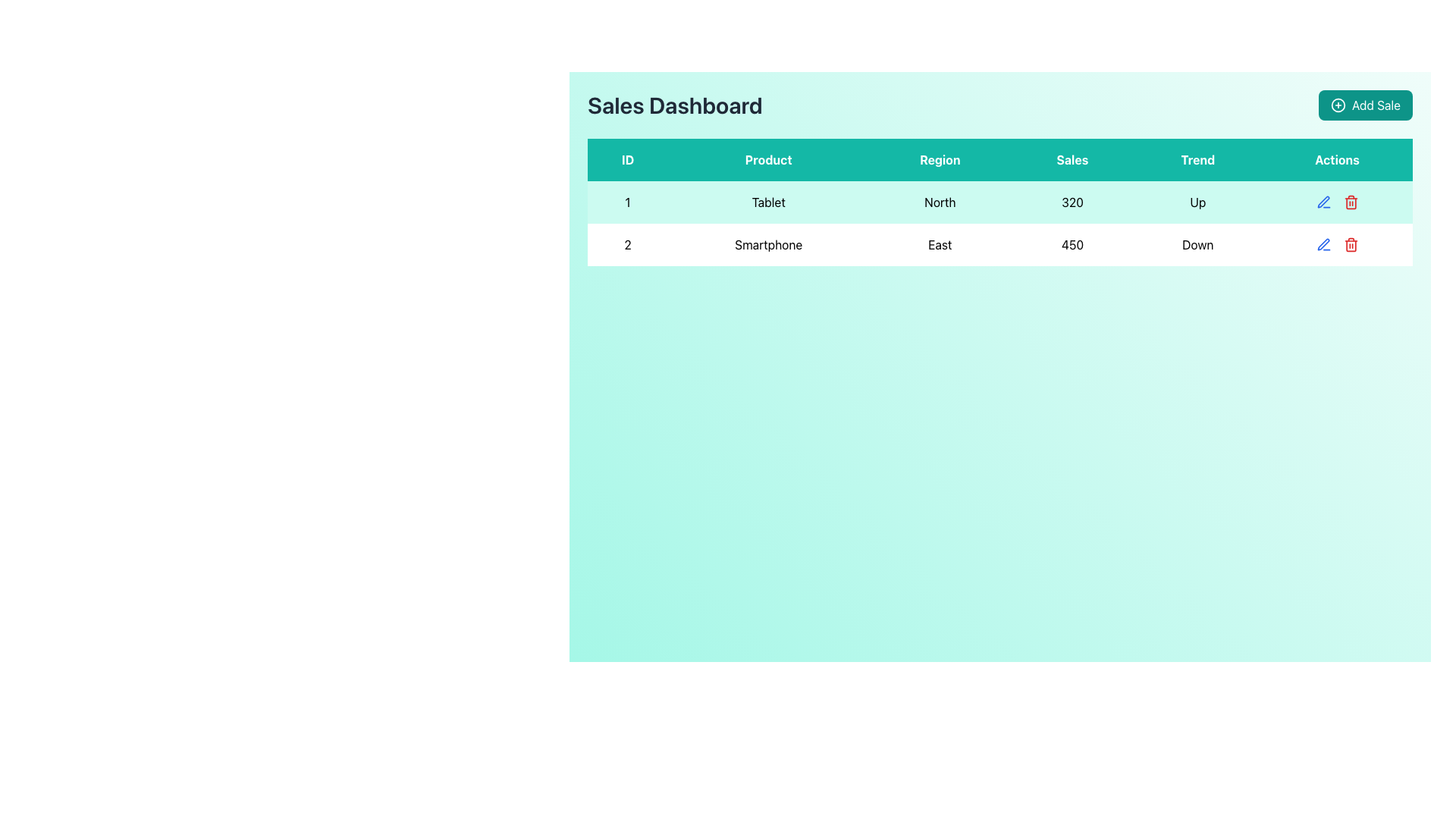 The width and height of the screenshot is (1456, 819). I want to click on the Table Header Cell displaying 'ID' in bold white font, which is centered in a teal background and is the first header in the table layout, so click(628, 160).